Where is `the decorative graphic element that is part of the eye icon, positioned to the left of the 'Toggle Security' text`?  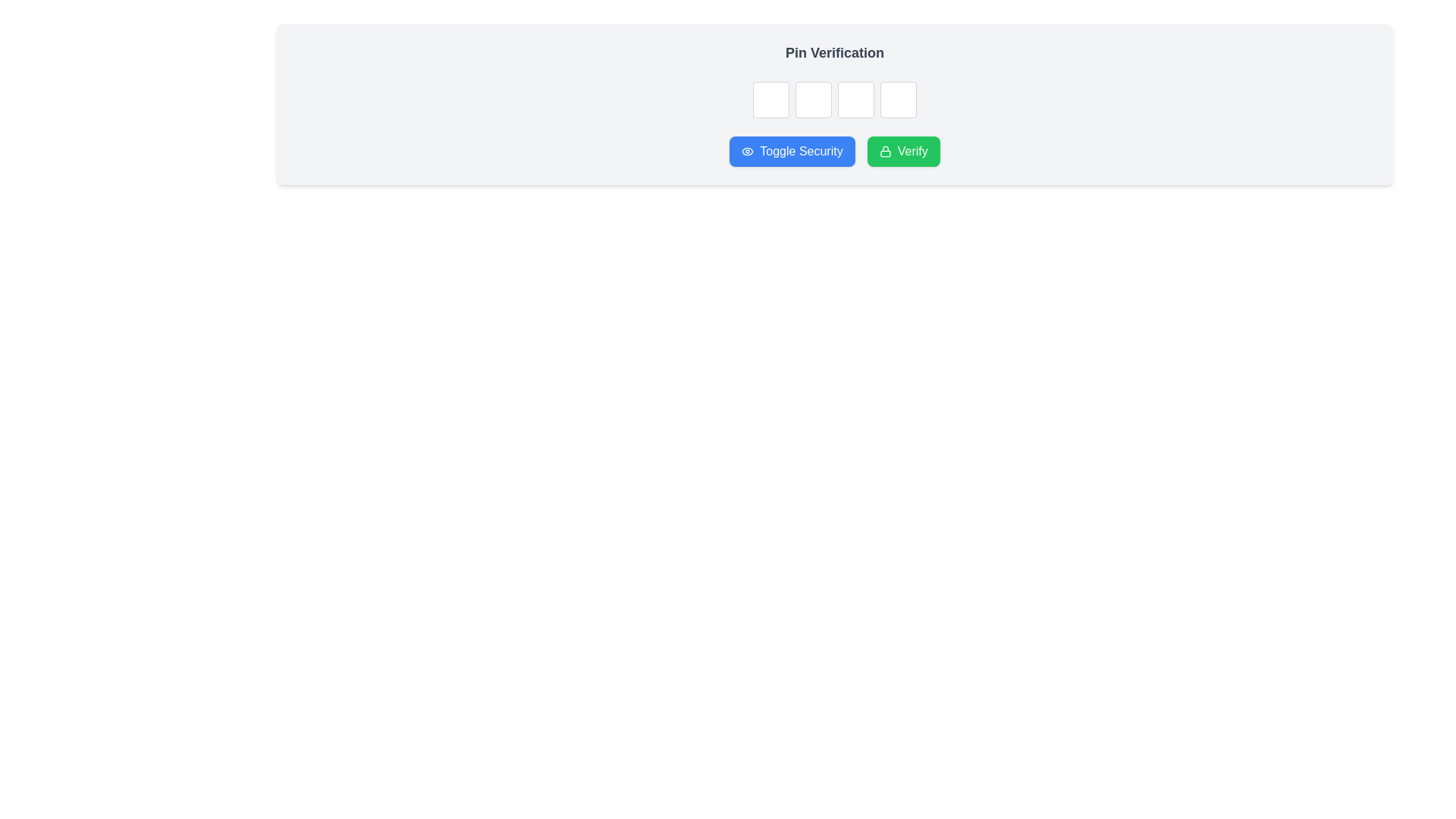 the decorative graphic element that is part of the eye icon, positioned to the left of the 'Toggle Security' text is located at coordinates (748, 152).